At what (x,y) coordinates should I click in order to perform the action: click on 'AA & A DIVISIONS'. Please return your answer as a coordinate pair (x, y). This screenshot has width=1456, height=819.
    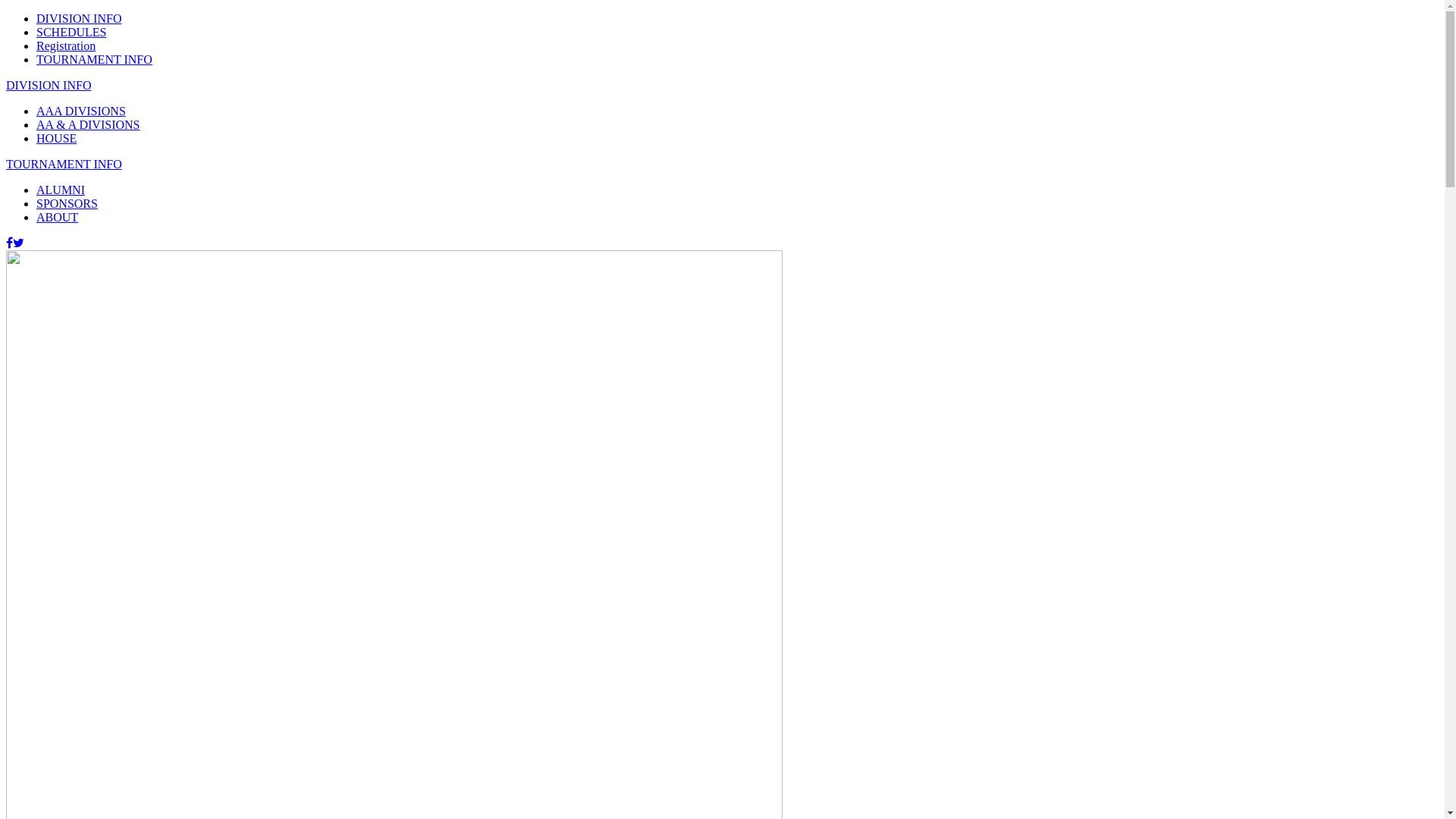
    Looking at the image, I should click on (86, 124).